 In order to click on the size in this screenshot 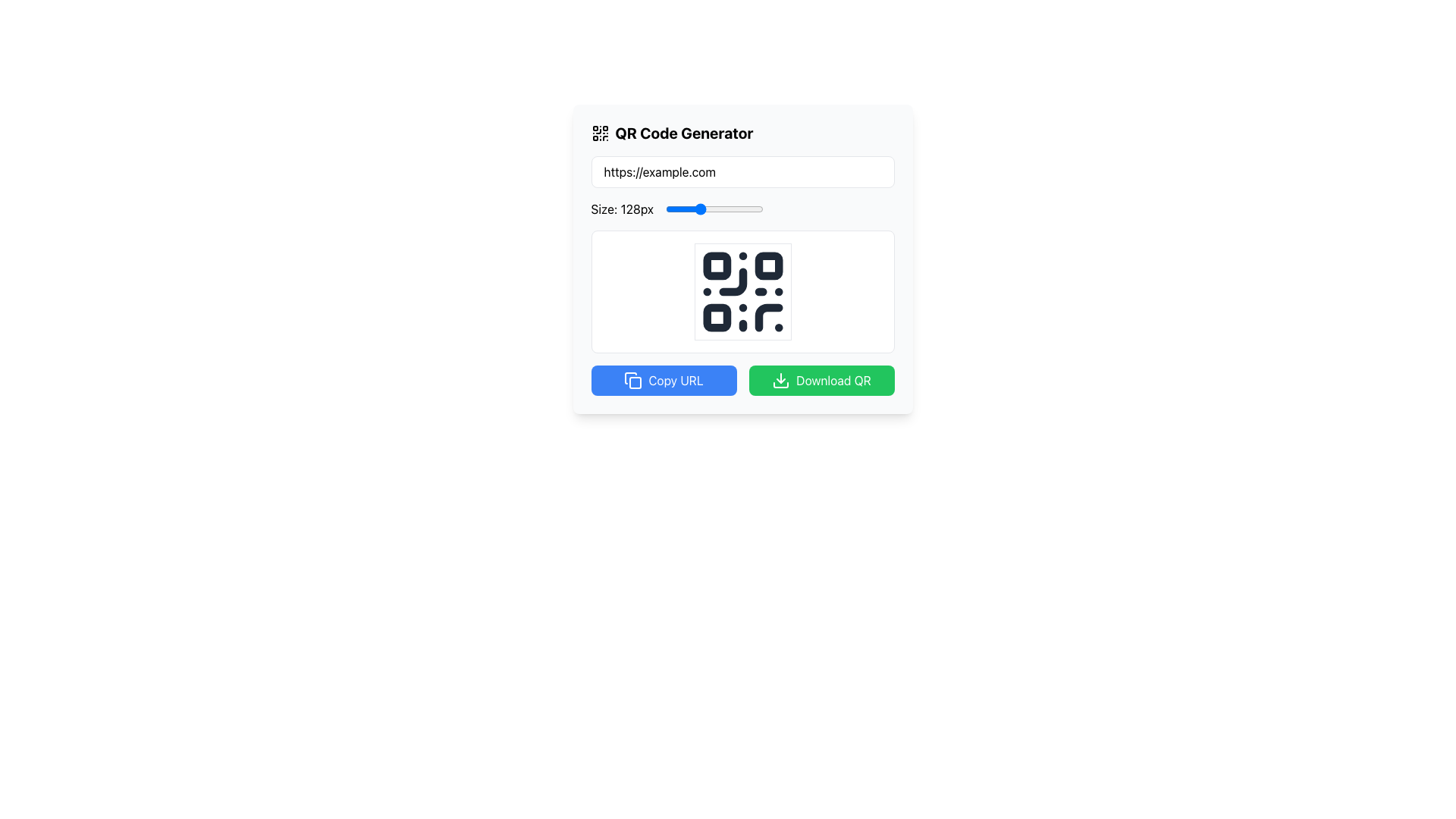, I will do `click(748, 209)`.